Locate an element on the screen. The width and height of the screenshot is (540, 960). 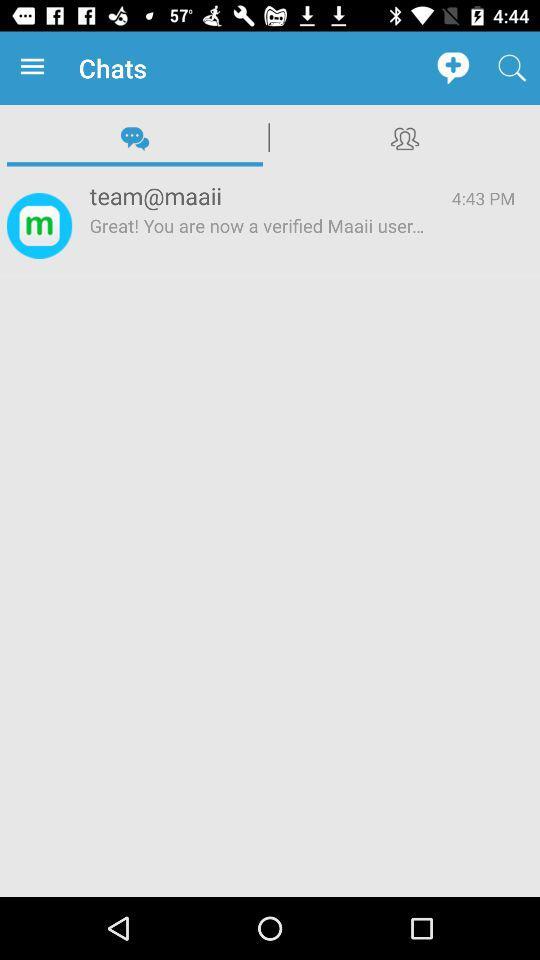
icon to the right of the chats is located at coordinates (453, 68).